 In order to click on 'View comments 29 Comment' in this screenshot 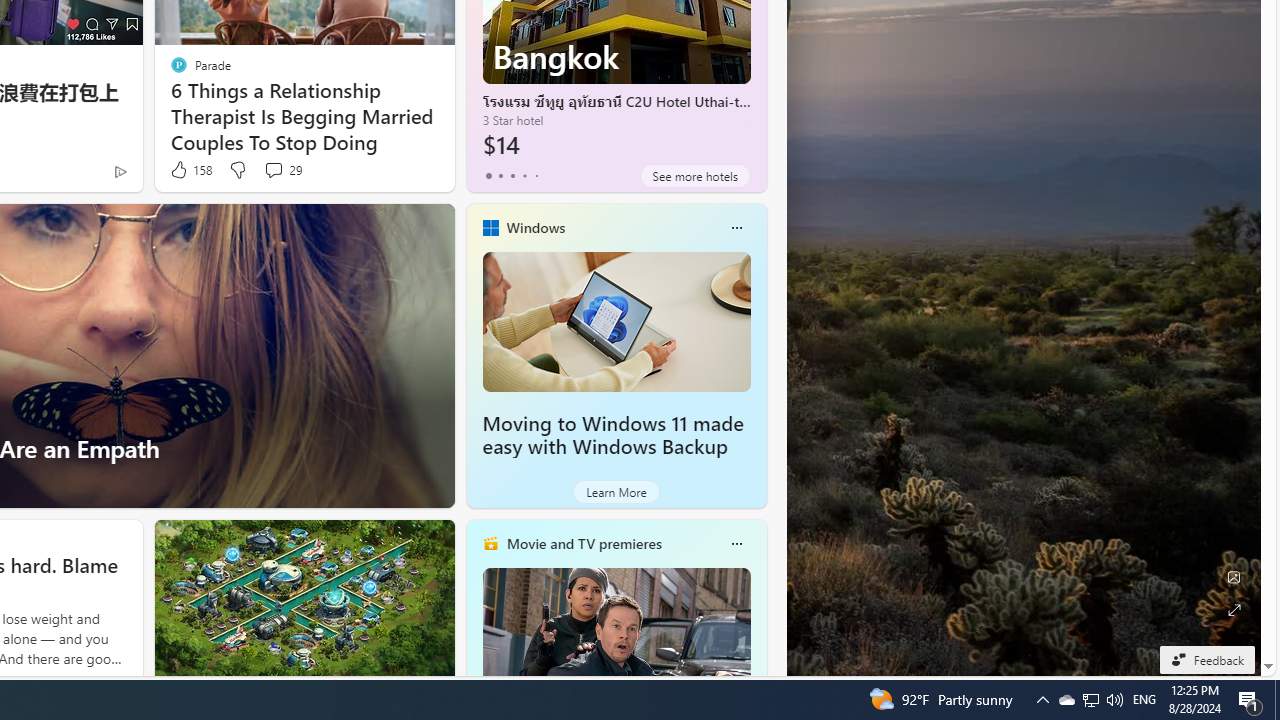, I will do `click(272, 168)`.